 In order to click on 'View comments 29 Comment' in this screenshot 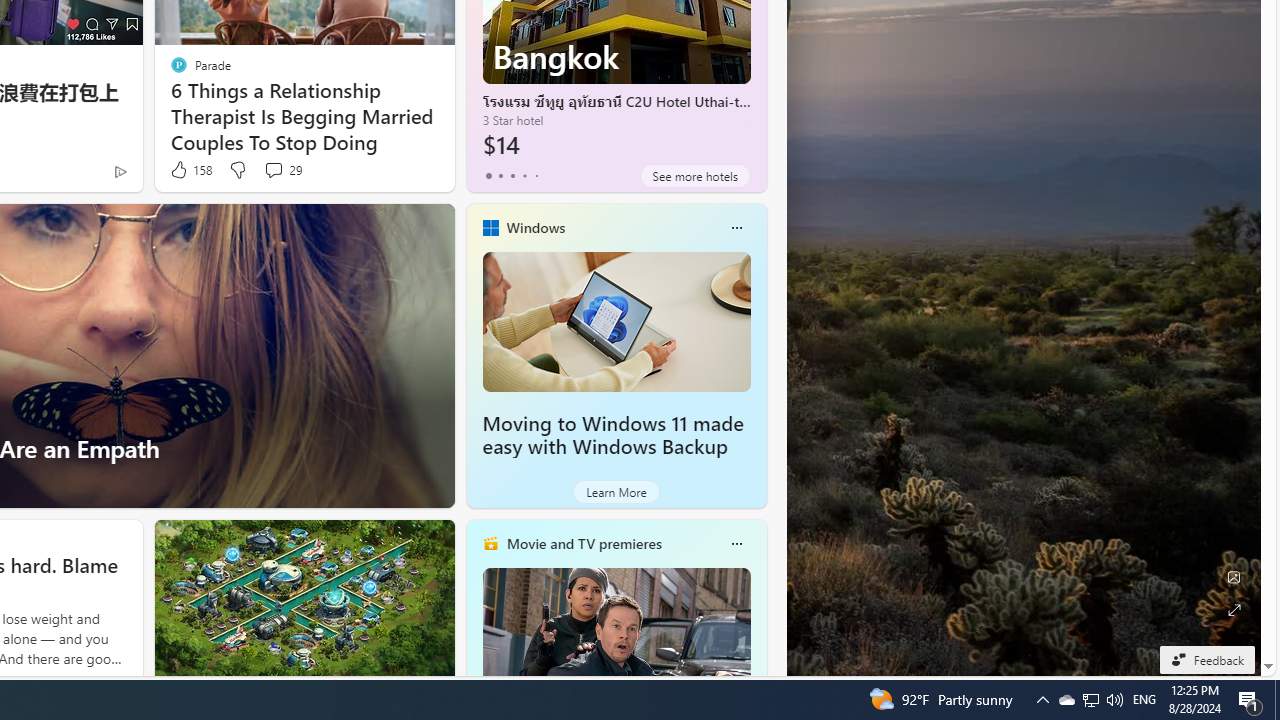, I will do `click(272, 168)`.